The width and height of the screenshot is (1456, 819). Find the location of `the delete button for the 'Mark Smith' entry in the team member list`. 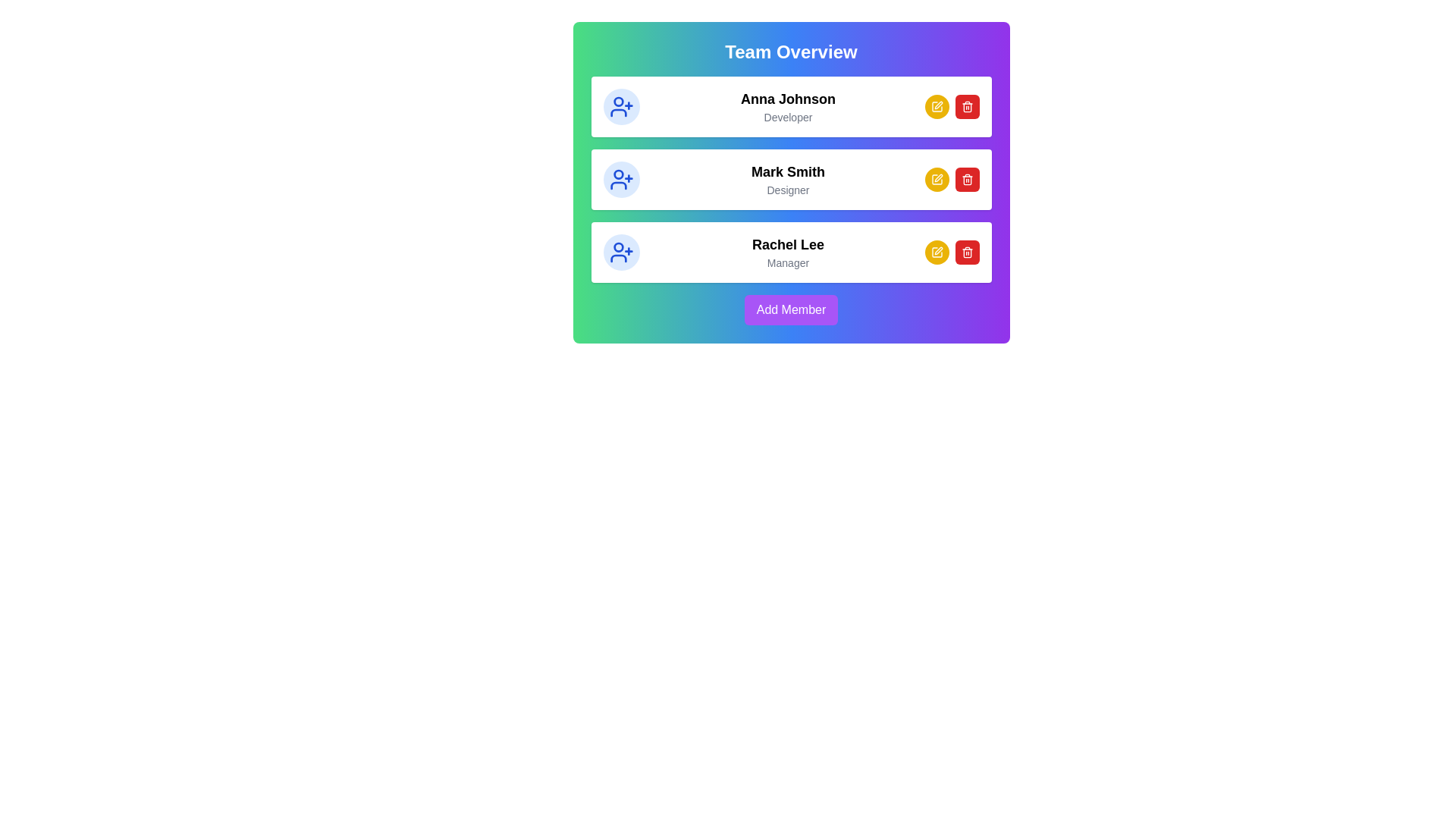

the delete button for the 'Mark Smith' entry in the team member list is located at coordinates (966, 178).